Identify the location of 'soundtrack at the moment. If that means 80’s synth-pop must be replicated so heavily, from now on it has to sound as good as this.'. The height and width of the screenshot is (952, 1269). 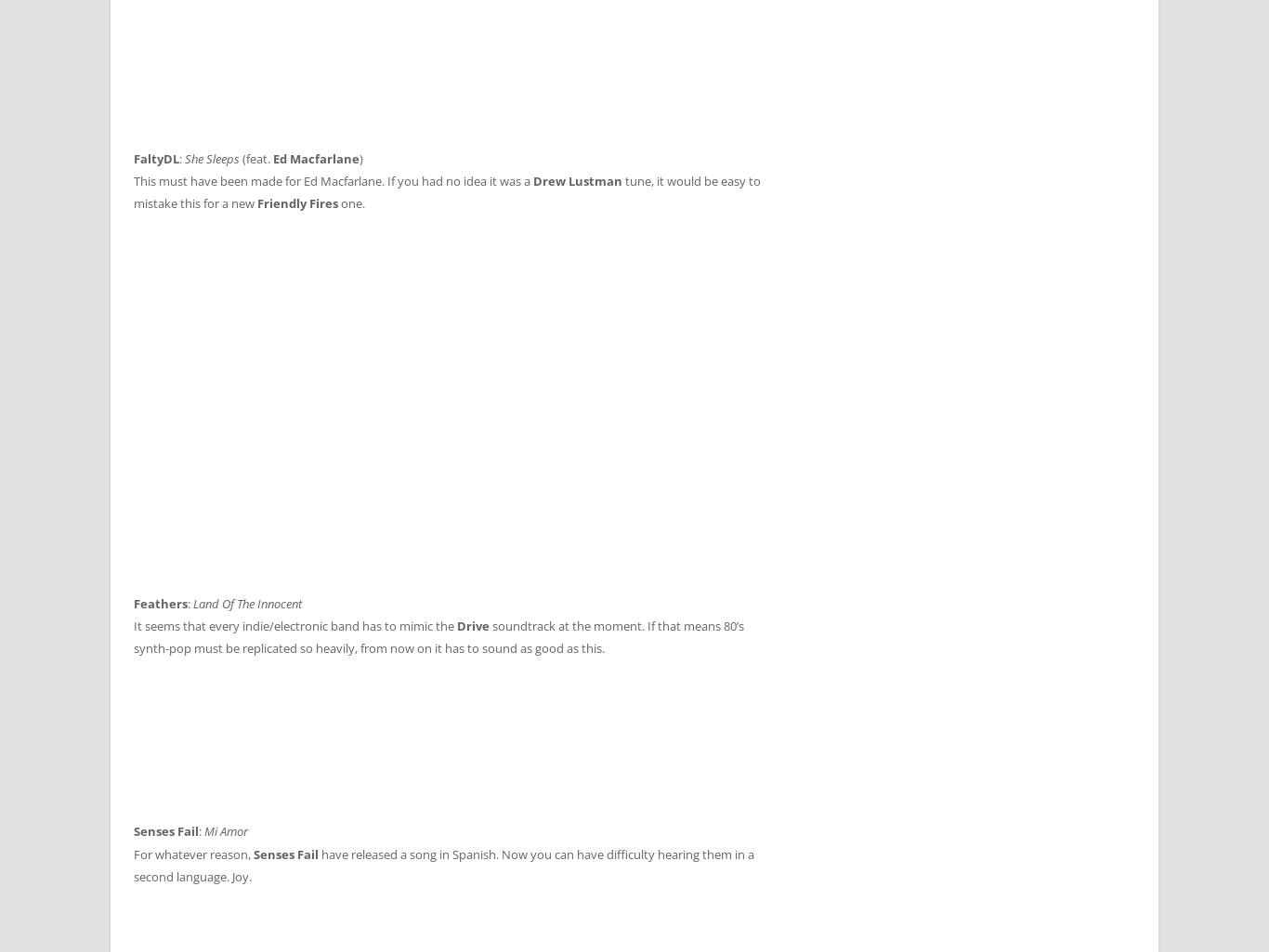
(438, 636).